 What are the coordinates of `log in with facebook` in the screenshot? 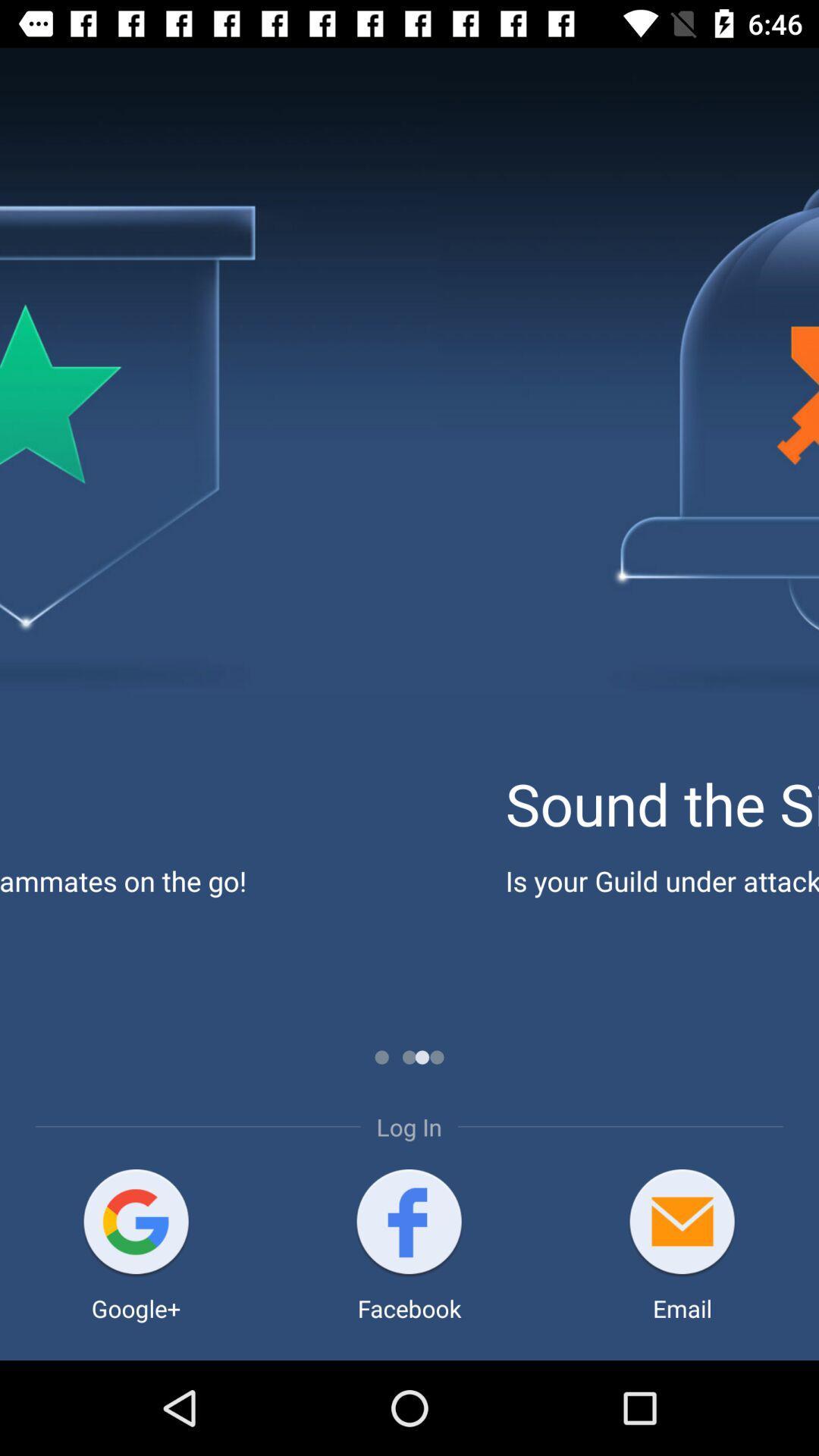 It's located at (408, 1223).